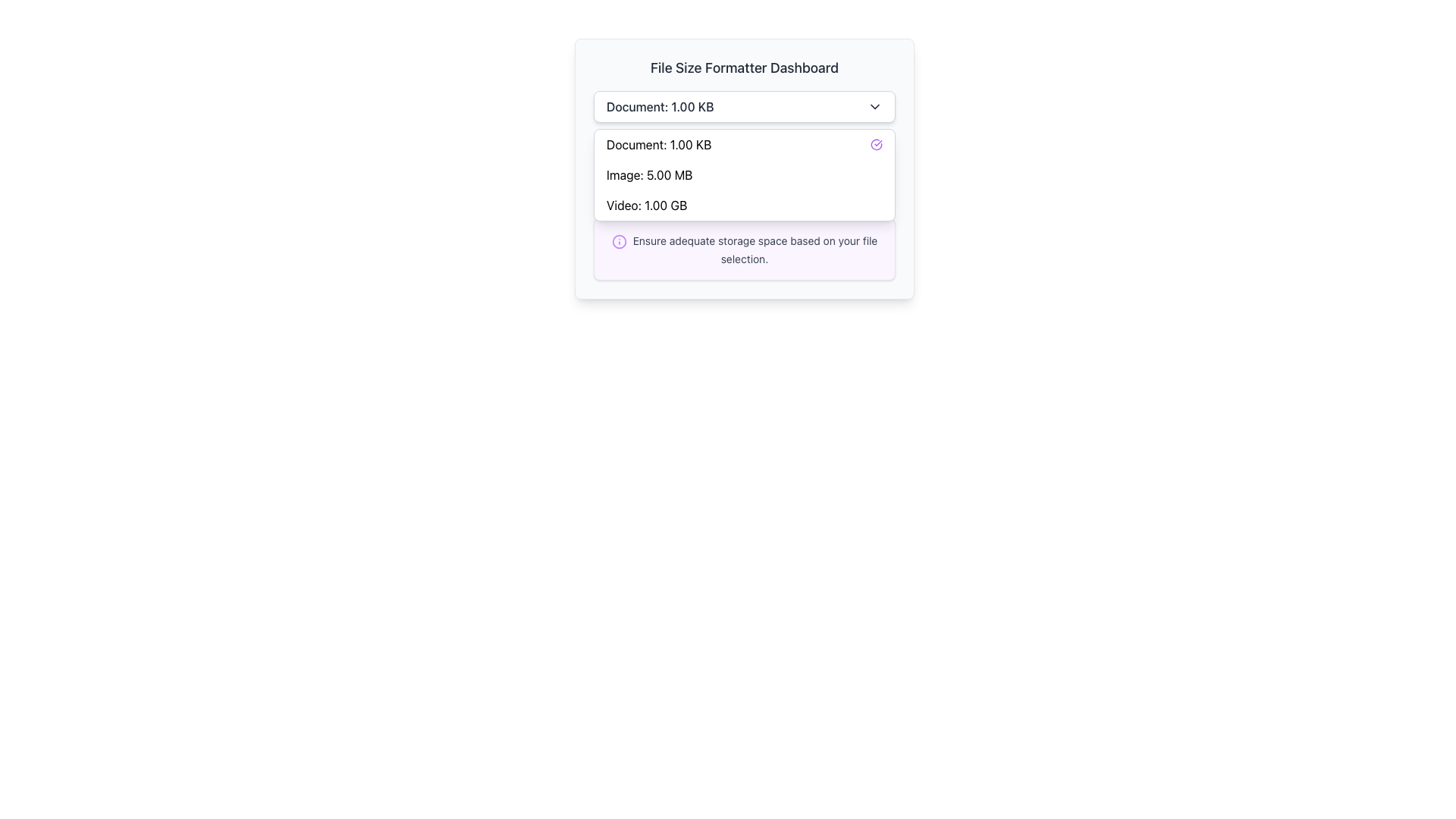 This screenshot has width=1456, height=819. What do you see at coordinates (647, 205) in the screenshot?
I see `textual content of the third option in the dropdown menu of the 'File Size Formatter Dashboard', which provides information about a video file's size` at bounding box center [647, 205].